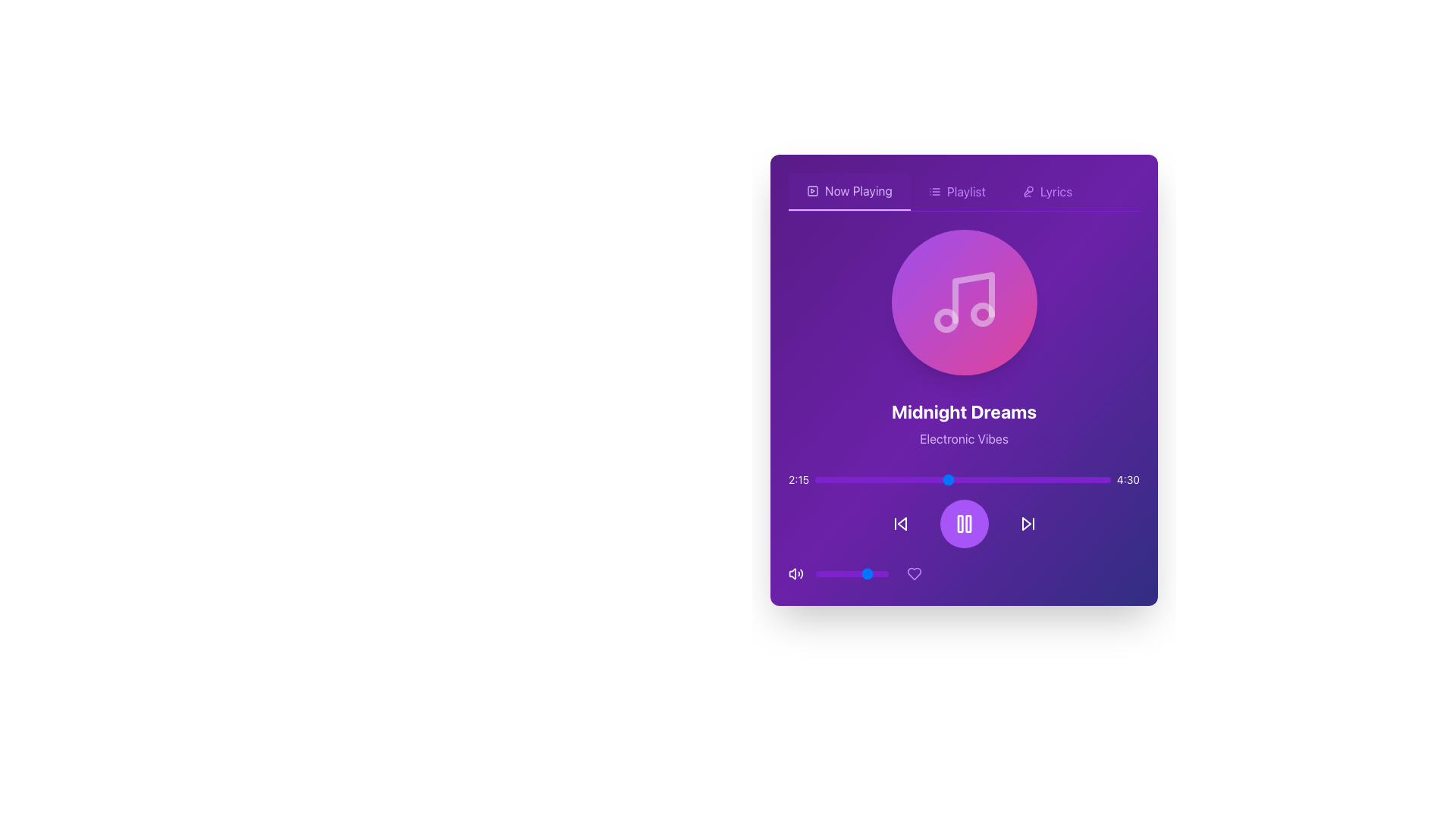  Describe the element at coordinates (1028, 191) in the screenshot. I see `the microphone icon located in the top-right corner of the music player interface, which is part of the 'Lyrics' navigation option` at that location.